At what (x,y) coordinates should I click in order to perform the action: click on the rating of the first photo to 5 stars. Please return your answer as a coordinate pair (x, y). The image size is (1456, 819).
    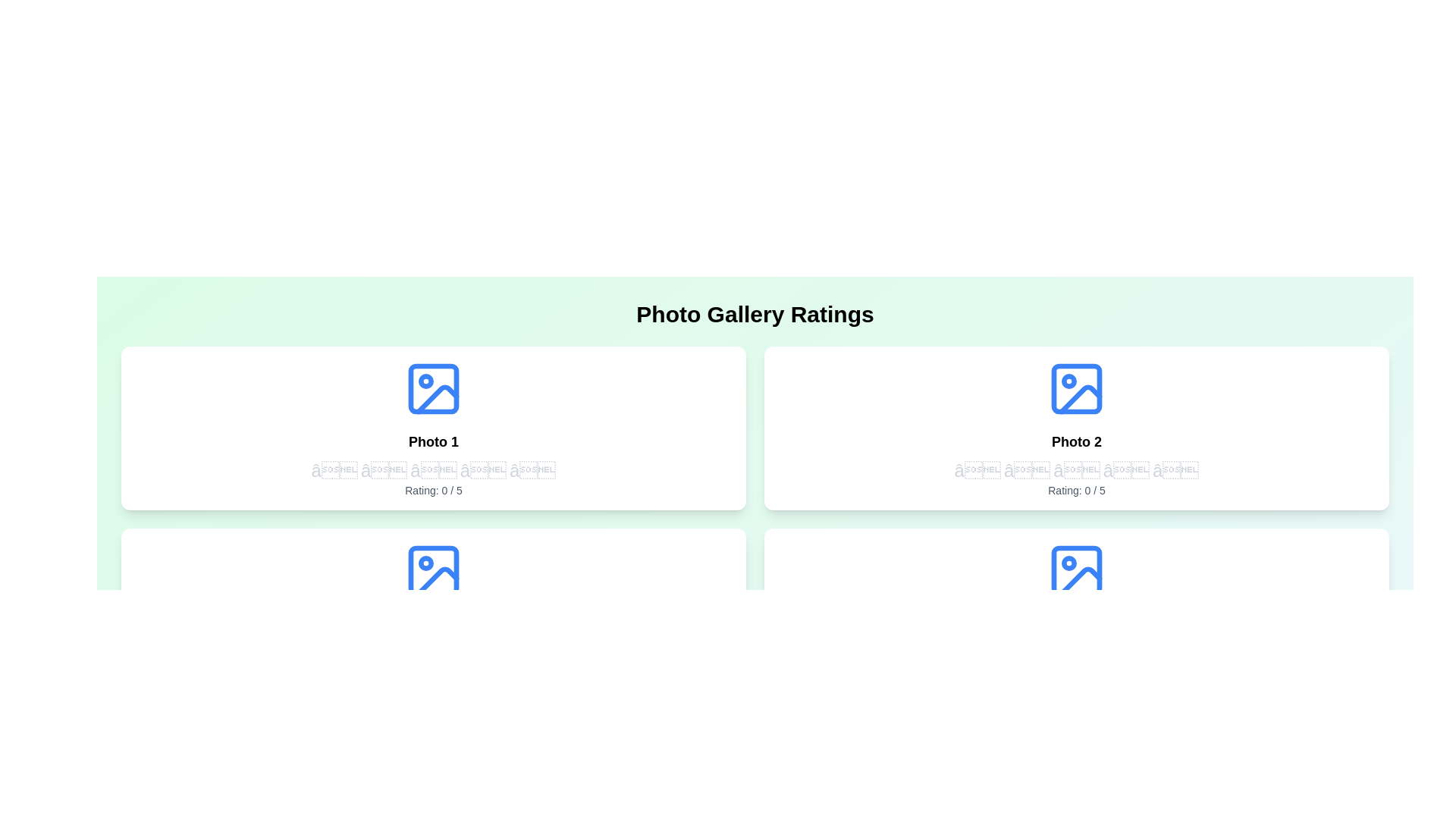
    Looking at the image, I should click on (532, 470).